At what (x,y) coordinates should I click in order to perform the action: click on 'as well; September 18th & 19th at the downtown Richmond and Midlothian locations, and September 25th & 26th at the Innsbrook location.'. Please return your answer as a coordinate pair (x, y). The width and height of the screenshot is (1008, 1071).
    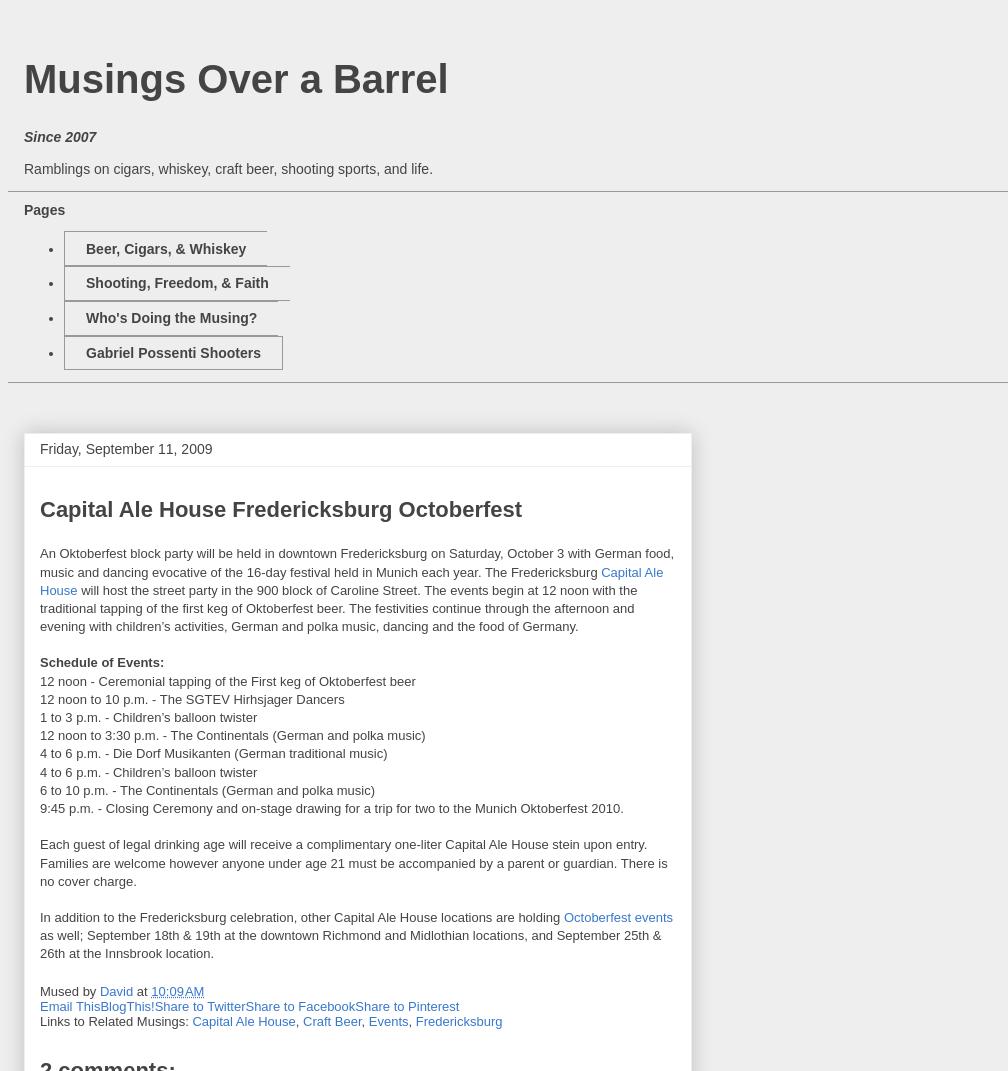
    Looking at the image, I should click on (350, 943).